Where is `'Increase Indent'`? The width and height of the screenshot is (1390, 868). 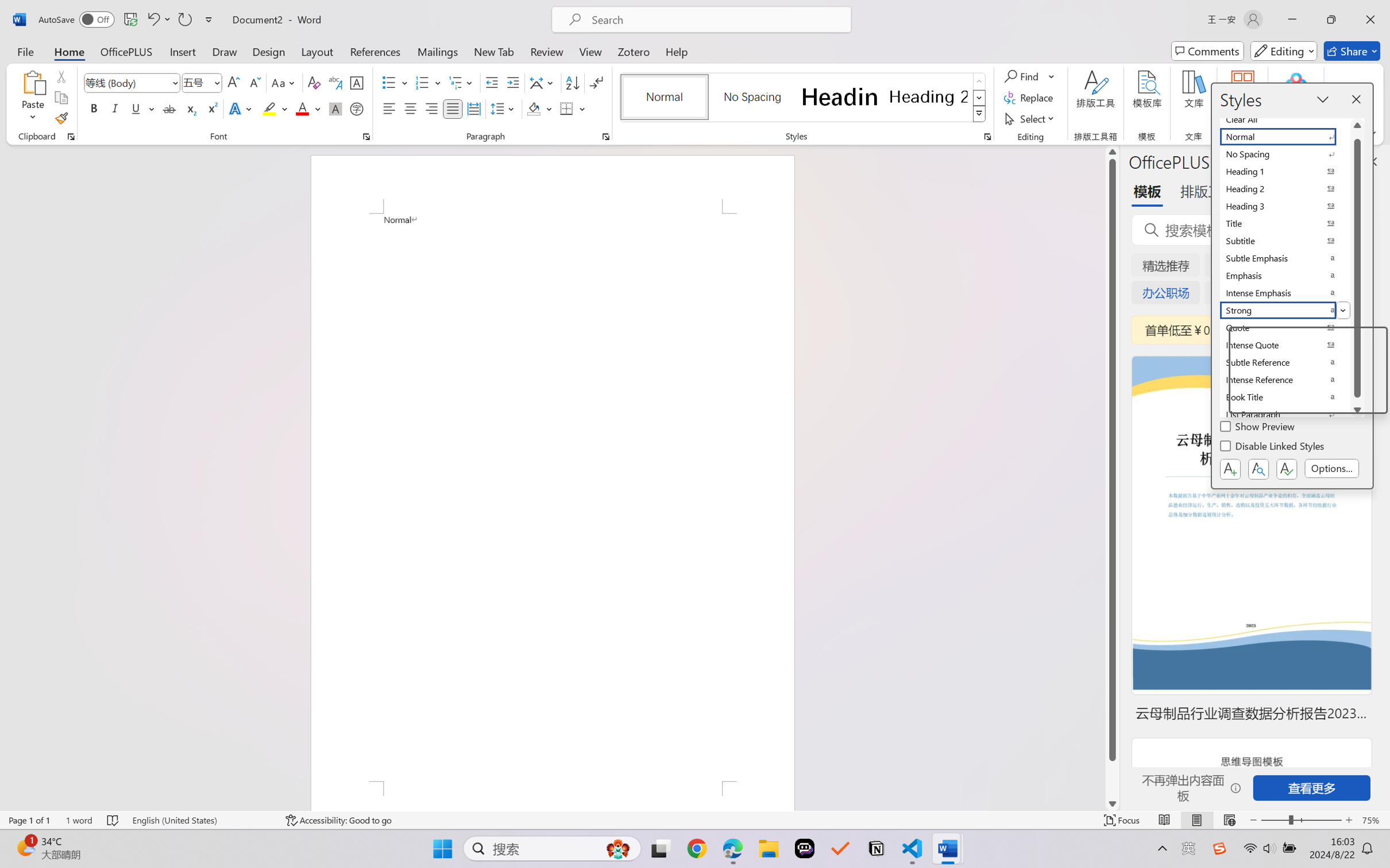 'Increase Indent' is located at coordinates (512, 83).